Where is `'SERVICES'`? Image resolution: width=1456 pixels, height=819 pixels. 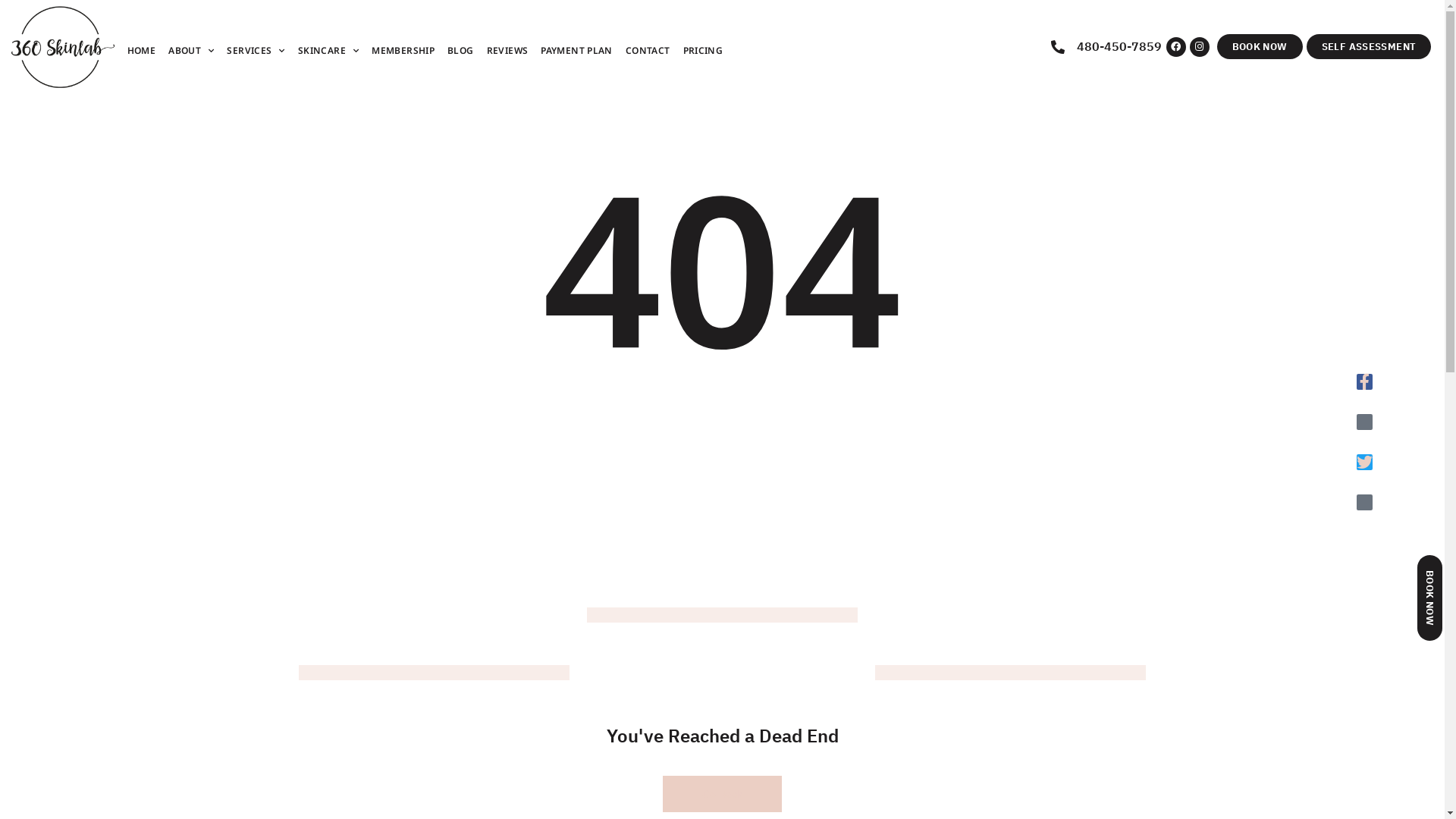
'SERVICES' is located at coordinates (224, 49).